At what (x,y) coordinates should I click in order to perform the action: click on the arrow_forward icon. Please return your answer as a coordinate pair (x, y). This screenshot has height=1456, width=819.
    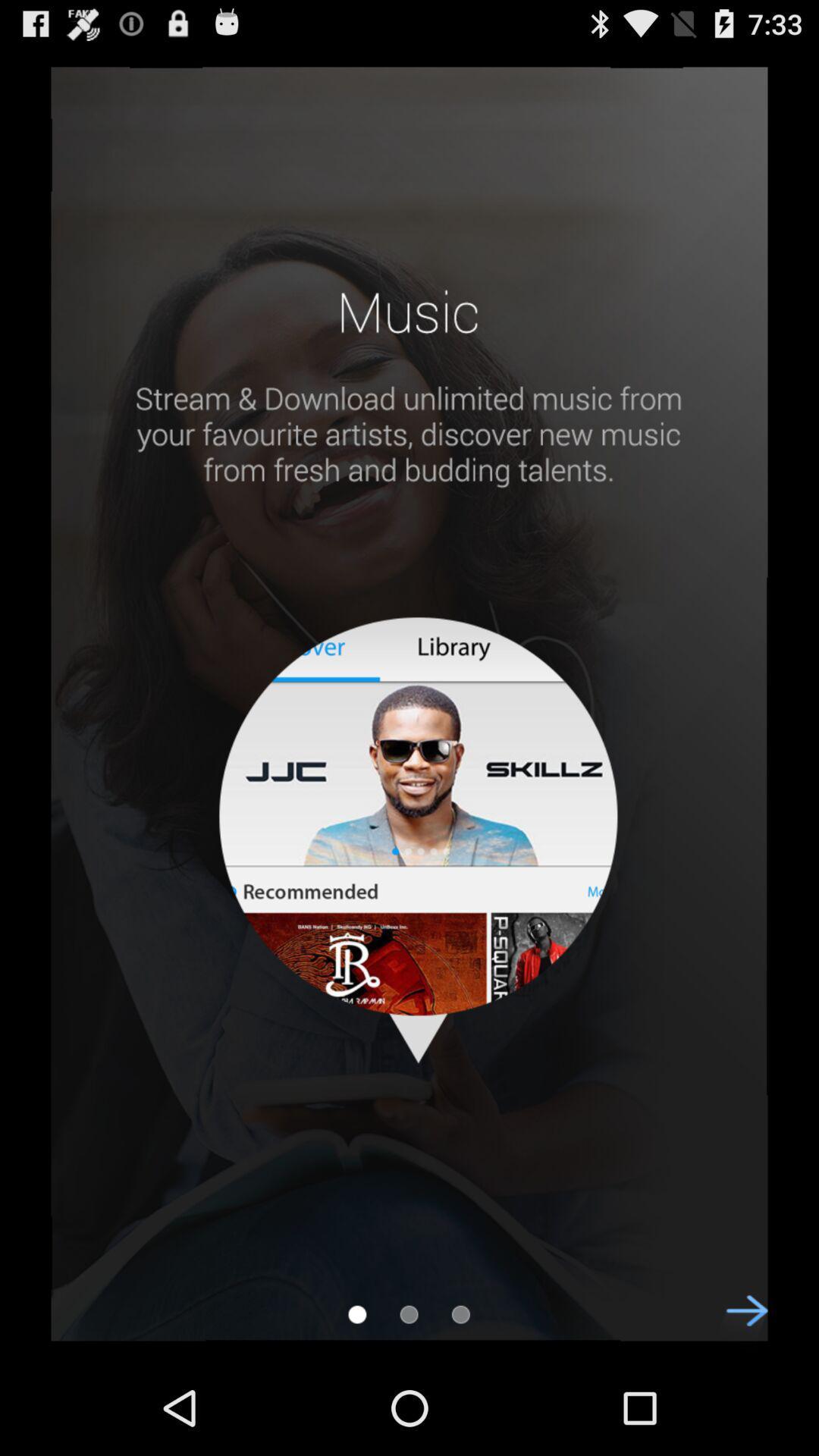
    Looking at the image, I should click on (738, 1417).